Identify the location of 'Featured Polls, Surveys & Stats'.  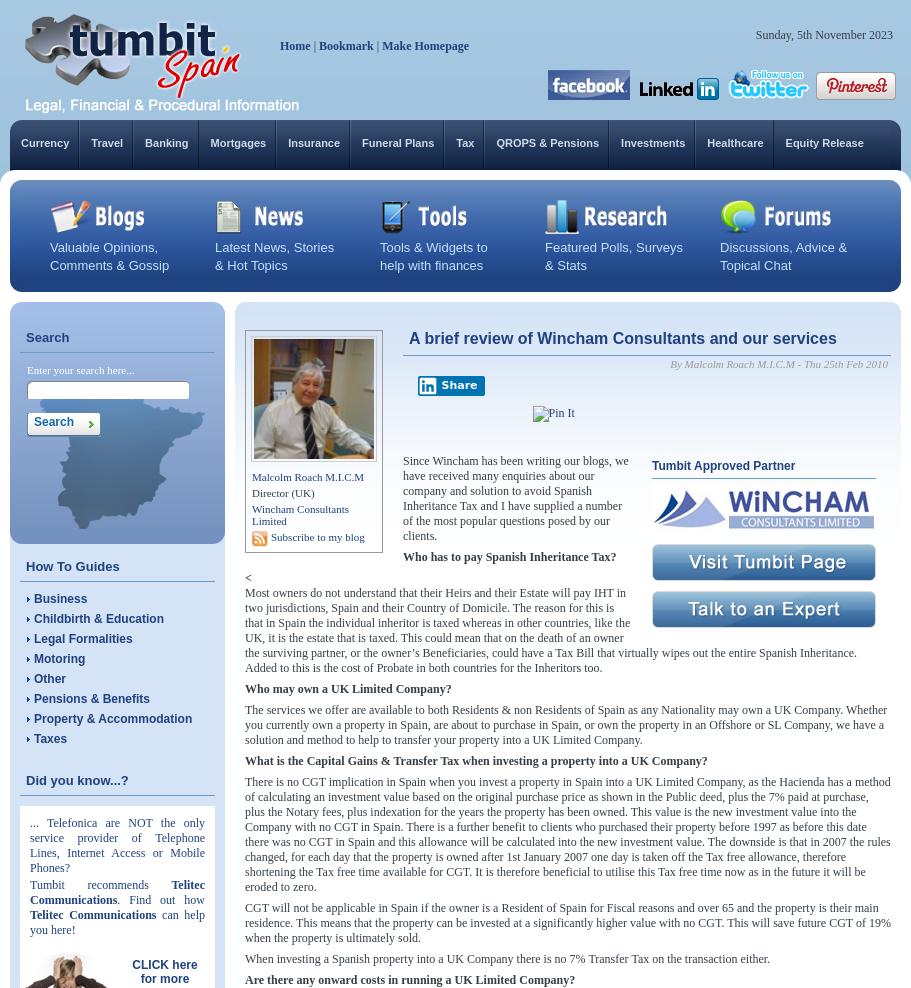
(613, 255).